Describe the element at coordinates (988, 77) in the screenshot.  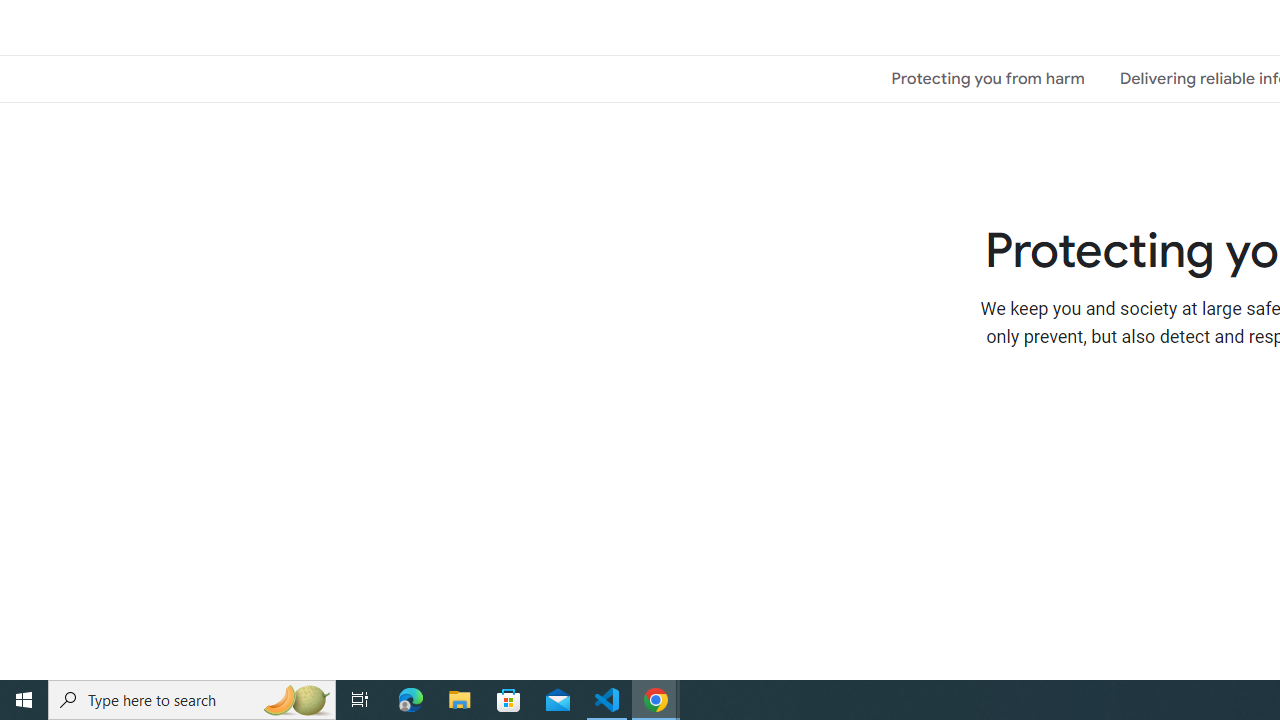
I see `'Protecting you from harm'` at that location.